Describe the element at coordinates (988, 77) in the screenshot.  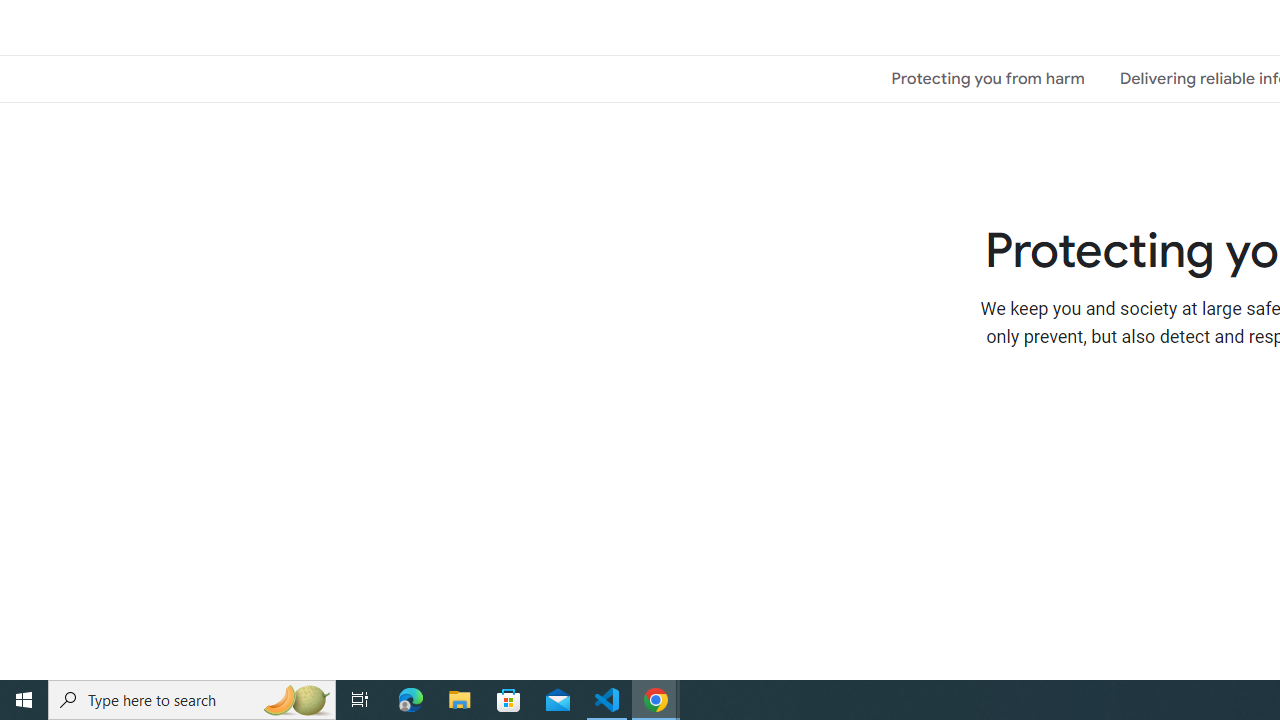
I see `'Protecting you from harm'` at that location.